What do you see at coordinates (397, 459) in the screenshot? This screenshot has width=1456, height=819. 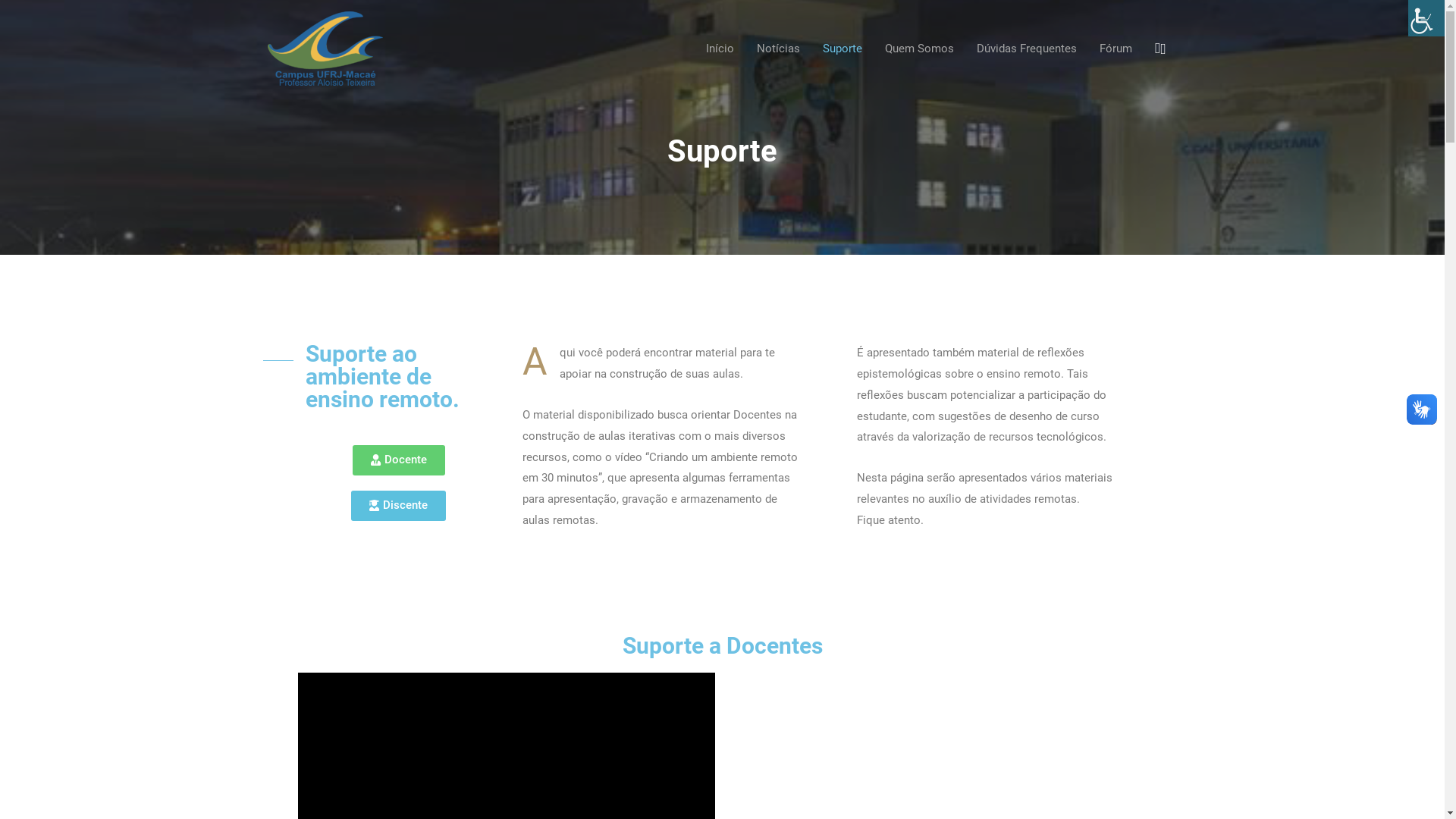 I see `'Docente'` at bounding box center [397, 459].